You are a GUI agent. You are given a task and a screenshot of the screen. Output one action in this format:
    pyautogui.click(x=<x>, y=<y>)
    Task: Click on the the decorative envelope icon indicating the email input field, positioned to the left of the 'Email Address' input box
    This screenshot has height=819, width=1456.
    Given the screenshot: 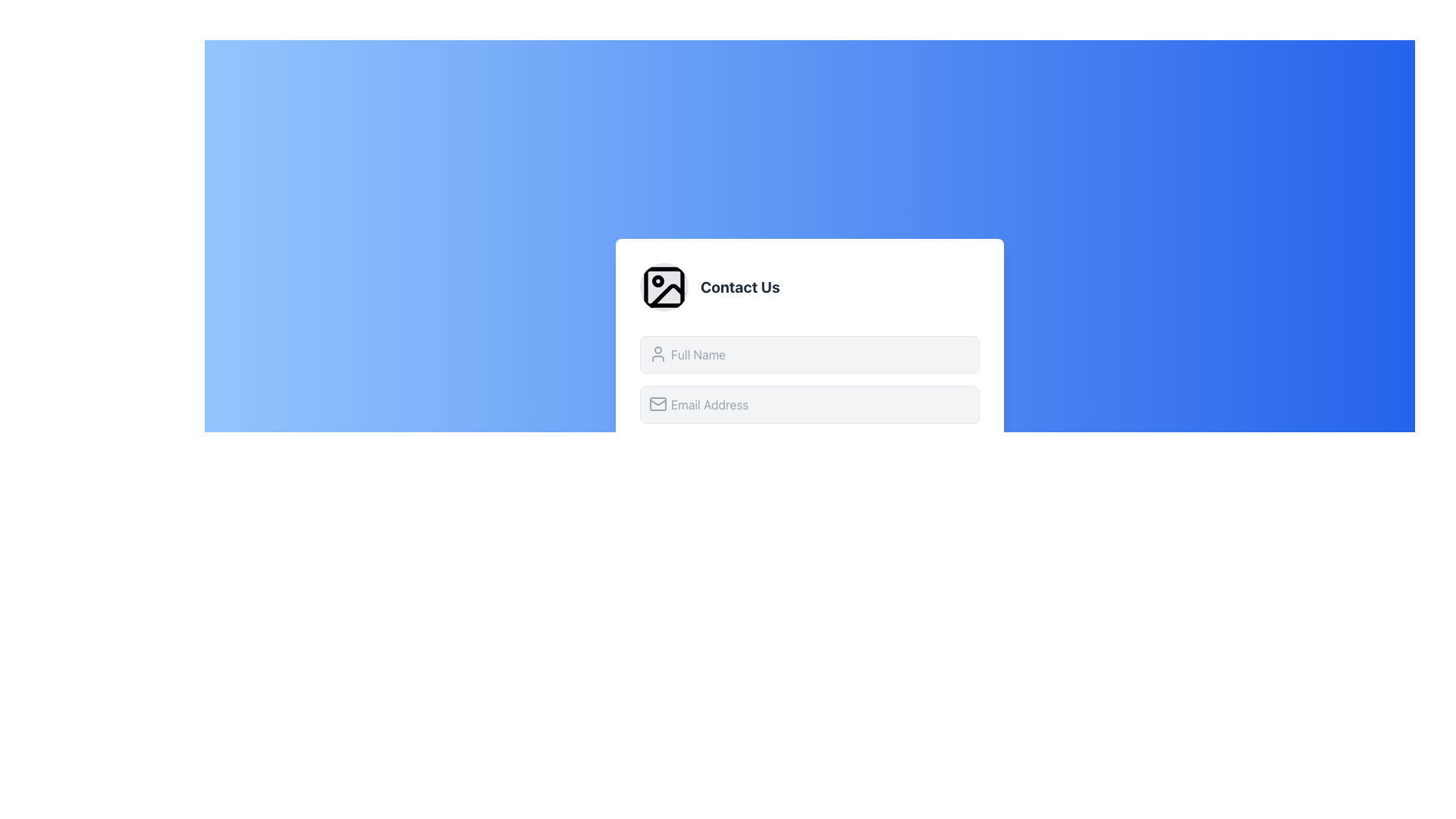 What is the action you would take?
    pyautogui.click(x=658, y=403)
    